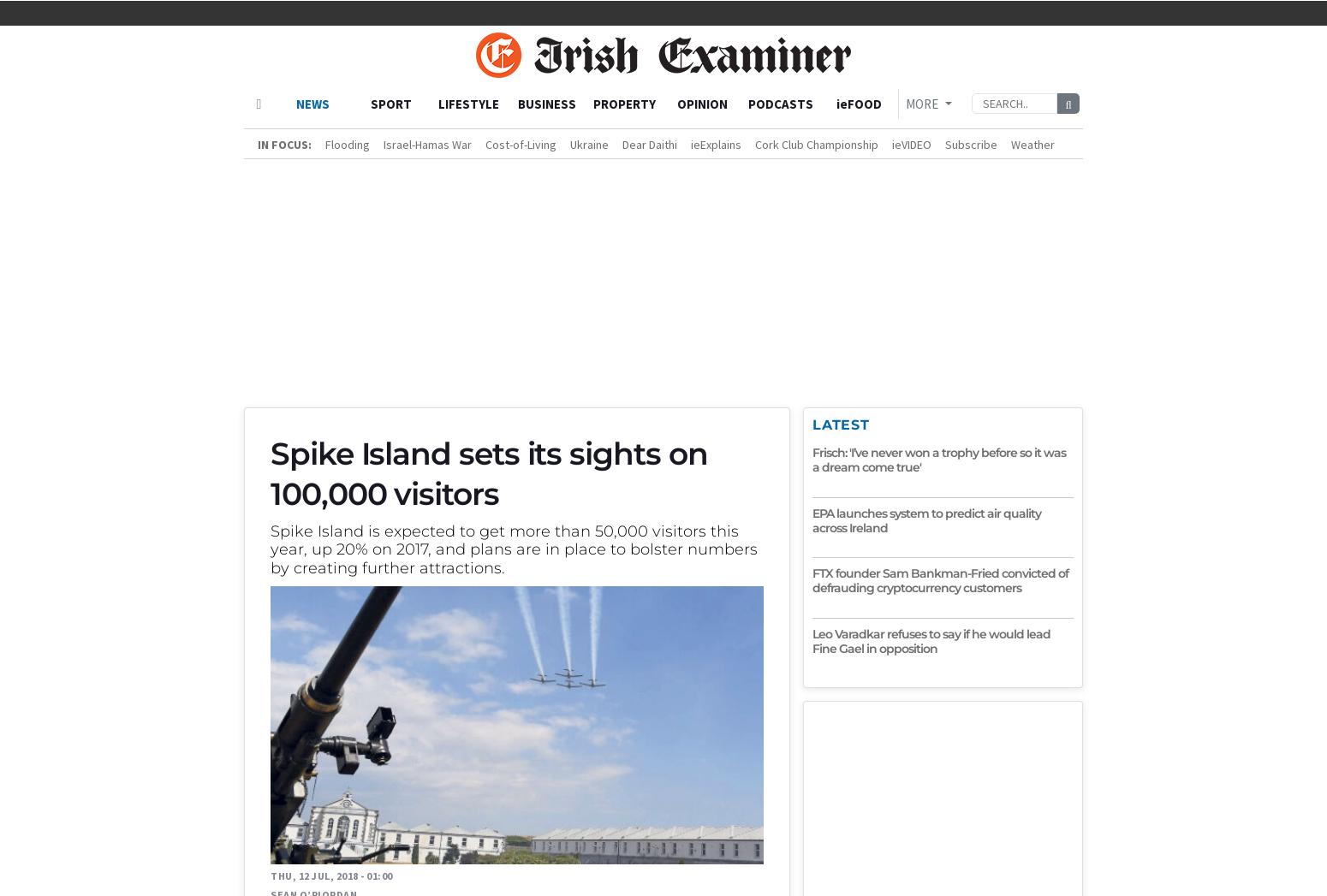 The image size is (1327, 896). What do you see at coordinates (282, 727) in the screenshot?
I see `'Ashling Murphy trial: Accused says he was ‘not at all’ following woman on day teacher died'` at bounding box center [282, 727].